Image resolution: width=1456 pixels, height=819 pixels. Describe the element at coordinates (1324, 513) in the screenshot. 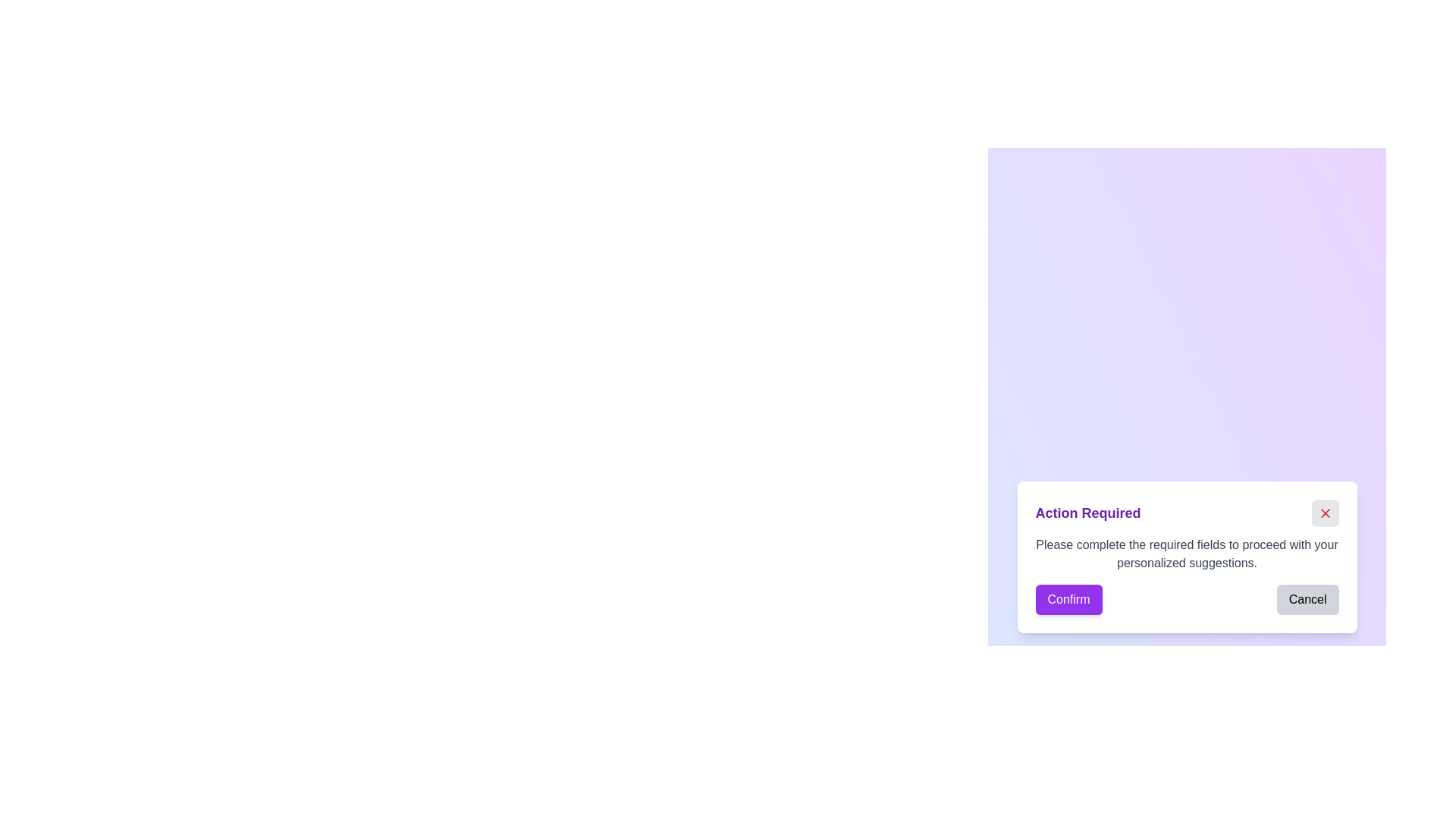

I see `the Close button (X icon) located in the top-right corner of the 'Action Required' modal dialog` at that location.